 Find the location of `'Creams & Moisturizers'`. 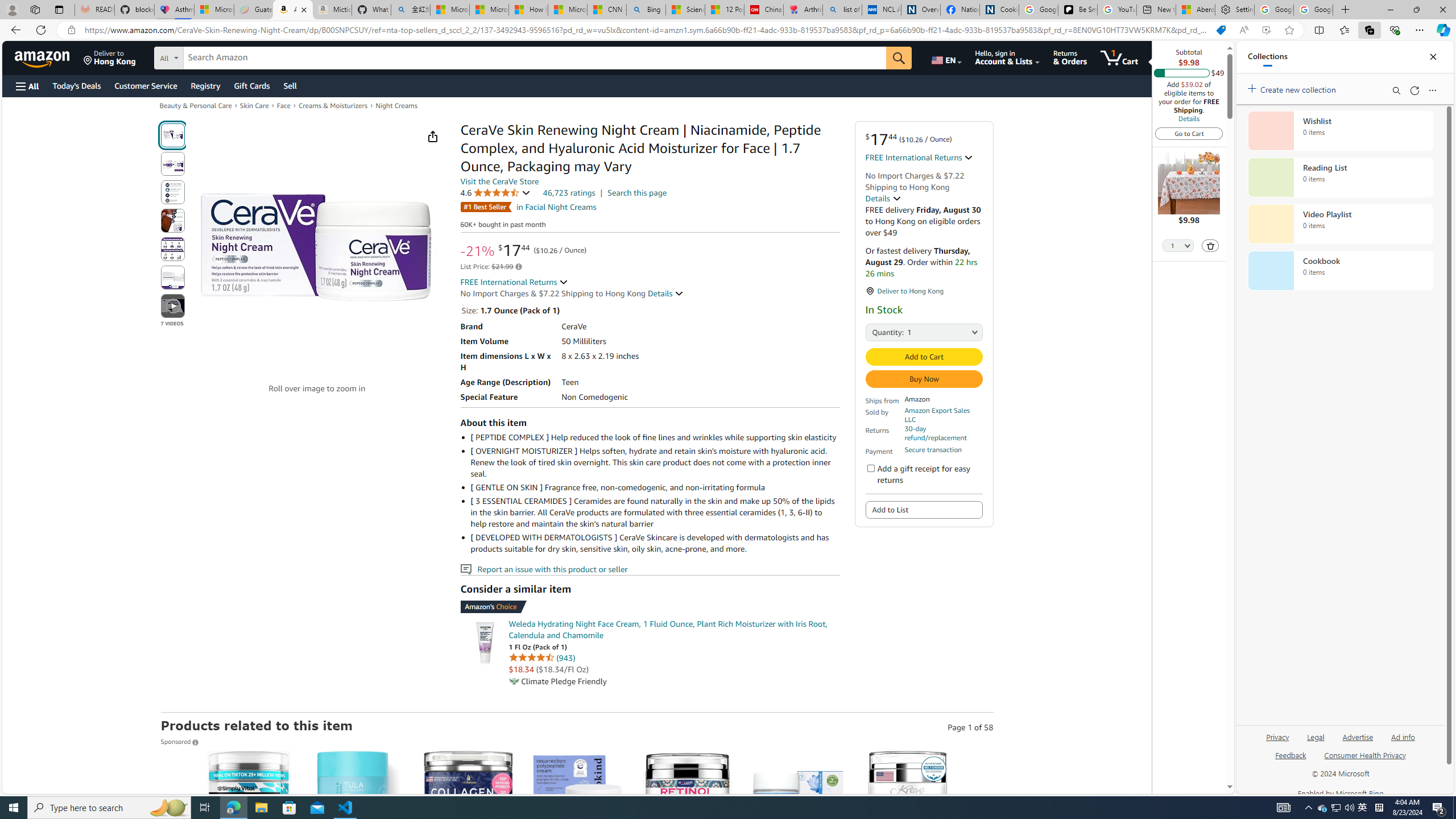

'Creams & Moisturizers' is located at coordinates (333, 105).